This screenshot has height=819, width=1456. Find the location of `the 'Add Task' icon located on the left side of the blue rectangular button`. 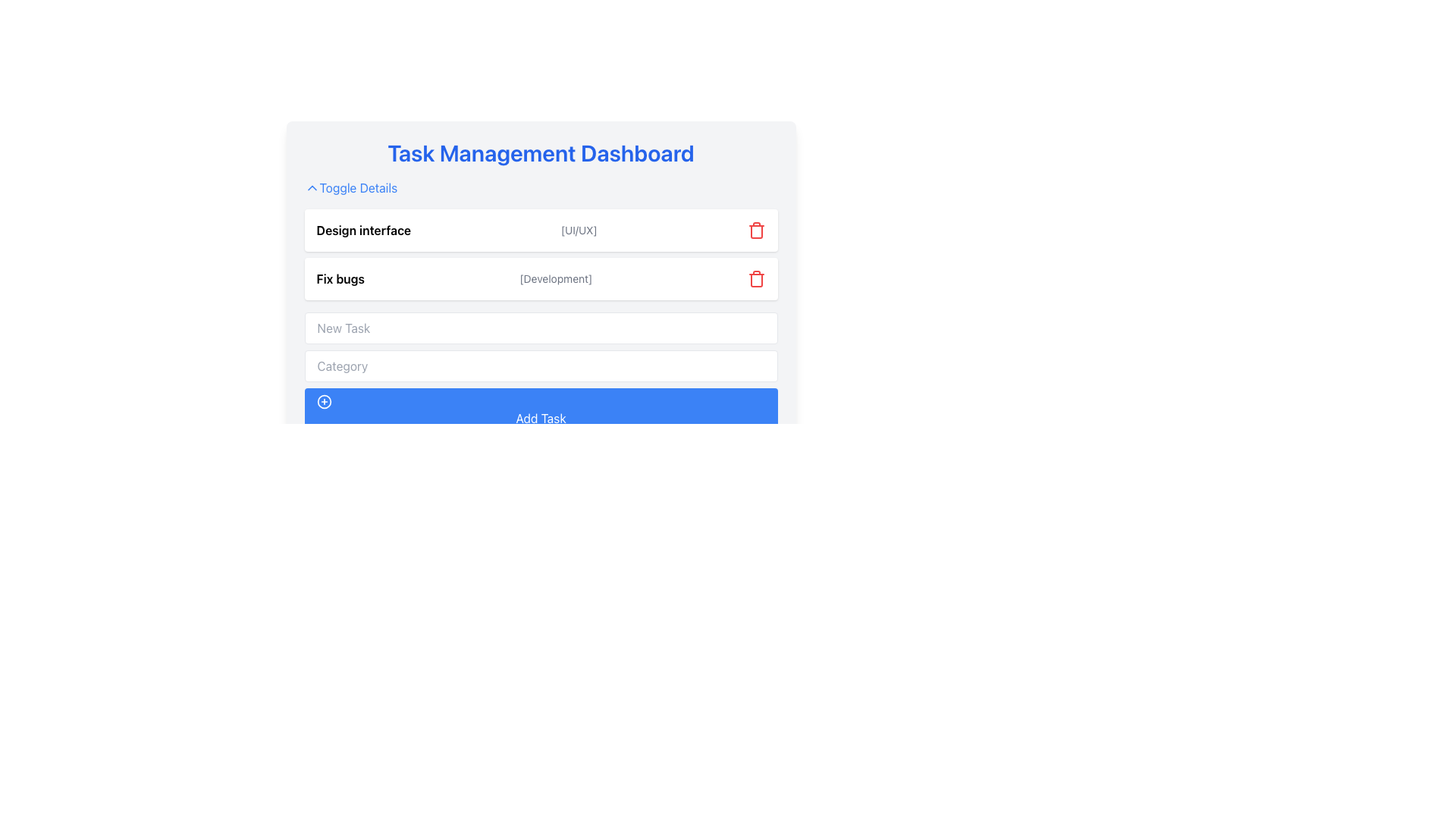

the 'Add Task' icon located on the left side of the blue rectangular button is located at coordinates (323, 400).